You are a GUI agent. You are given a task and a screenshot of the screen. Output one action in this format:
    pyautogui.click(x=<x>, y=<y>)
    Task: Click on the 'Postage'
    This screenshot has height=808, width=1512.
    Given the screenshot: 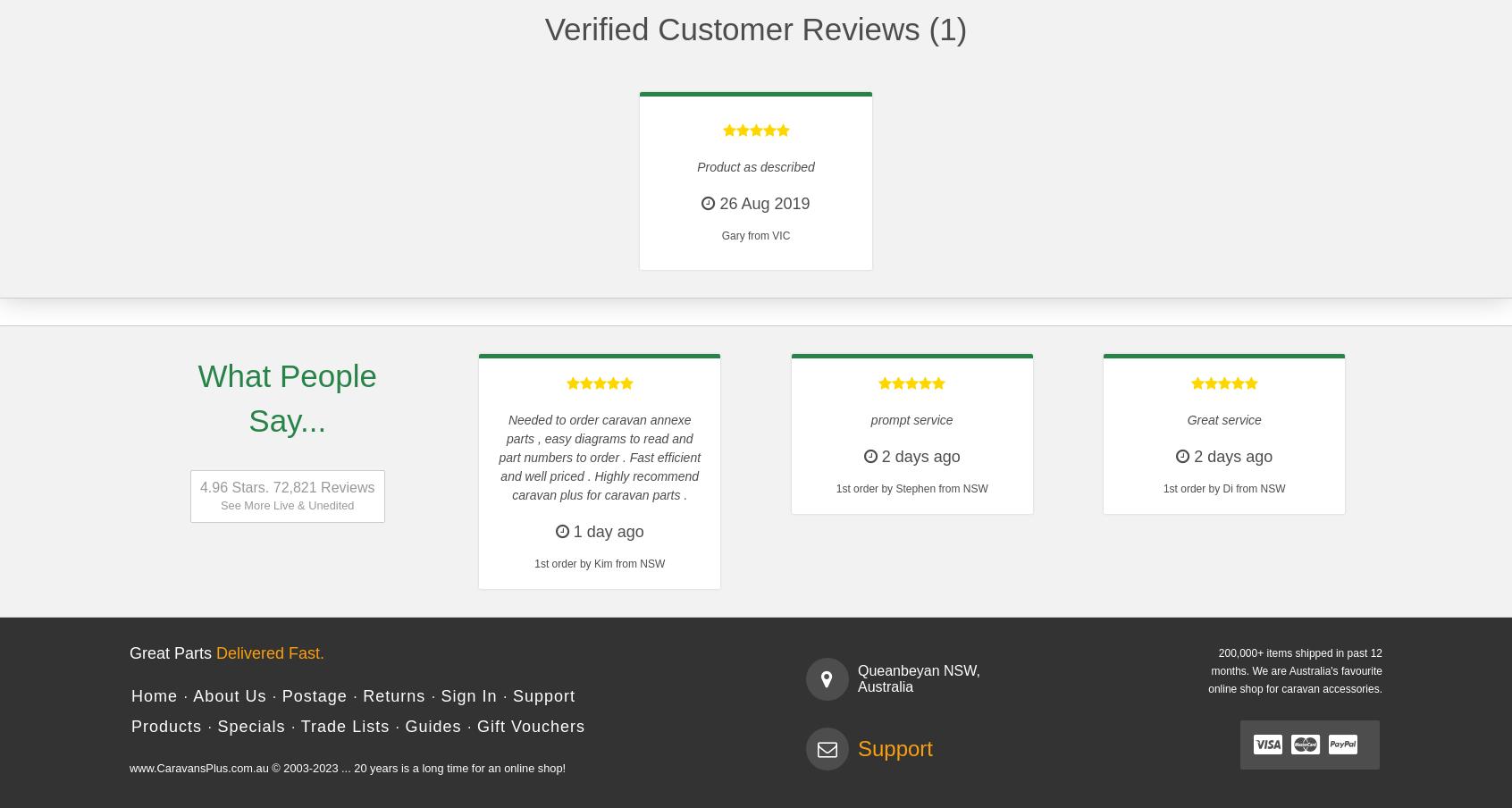 What is the action you would take?
    pyautogui.click(x=313, y=694)
    